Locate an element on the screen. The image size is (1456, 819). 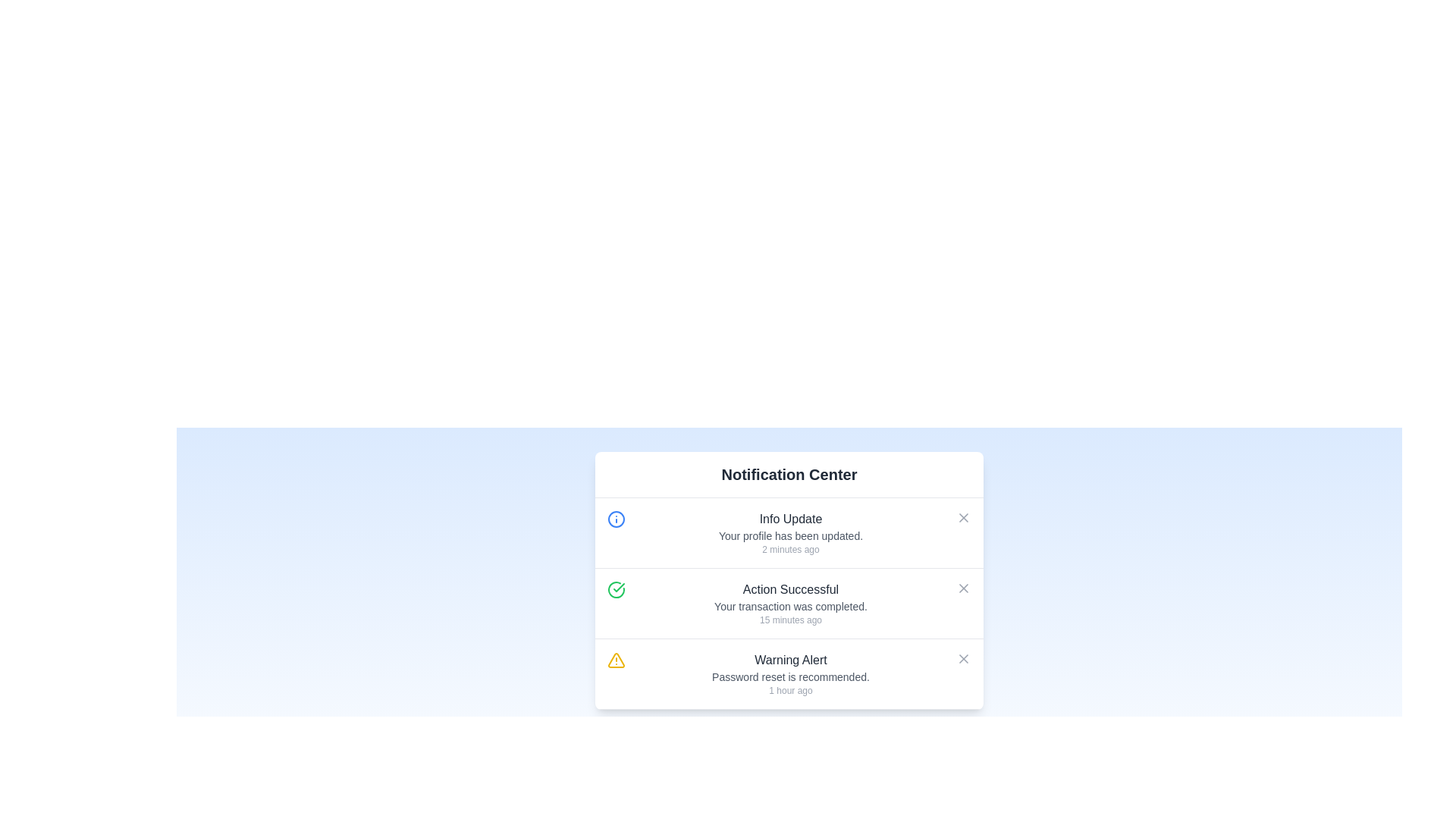
the dismiss icon of the 'Warning Alert - Password reset is recommended' notification is located at coordinates (963, 657).